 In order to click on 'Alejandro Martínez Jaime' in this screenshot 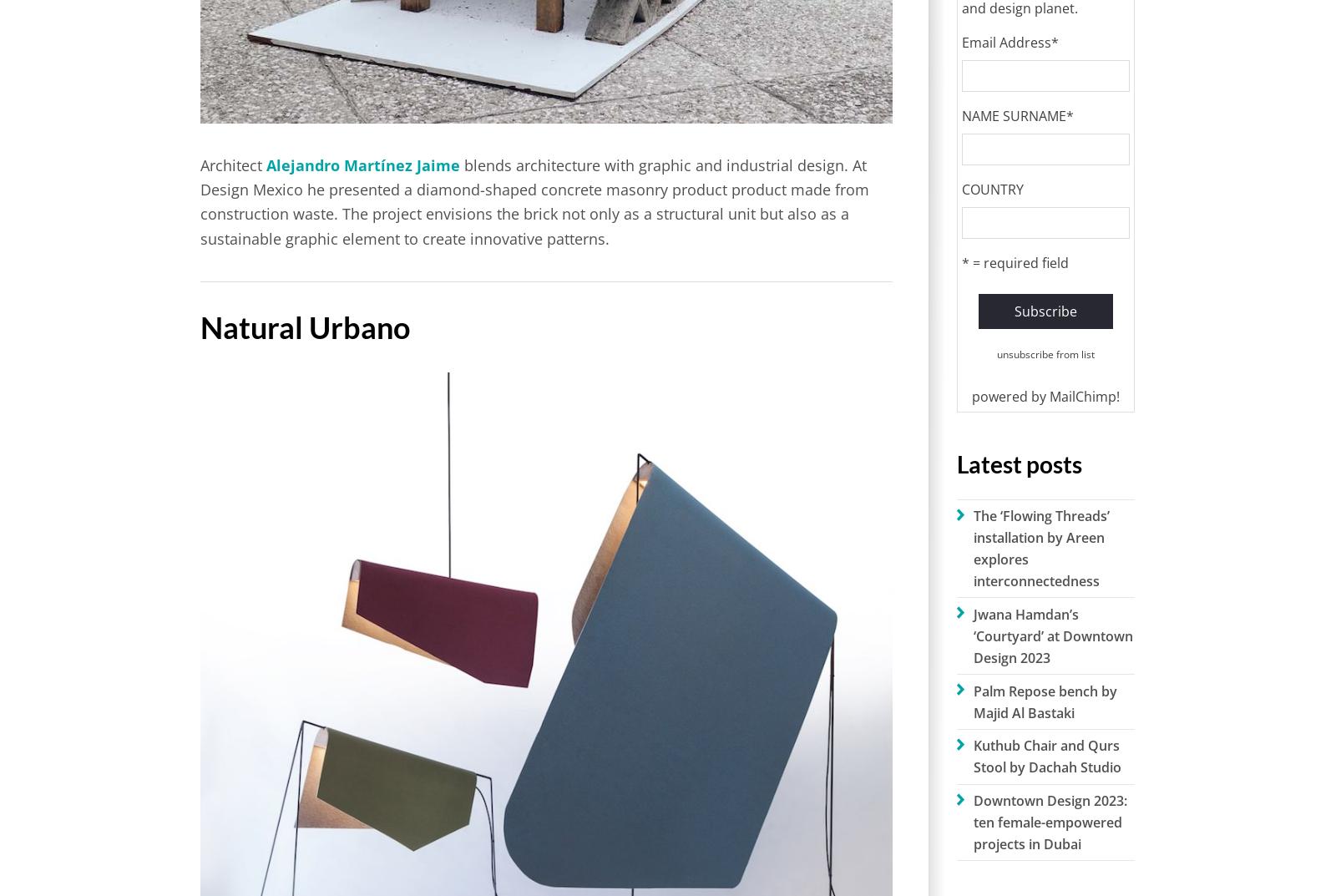, I will do `click(266, 165)`.